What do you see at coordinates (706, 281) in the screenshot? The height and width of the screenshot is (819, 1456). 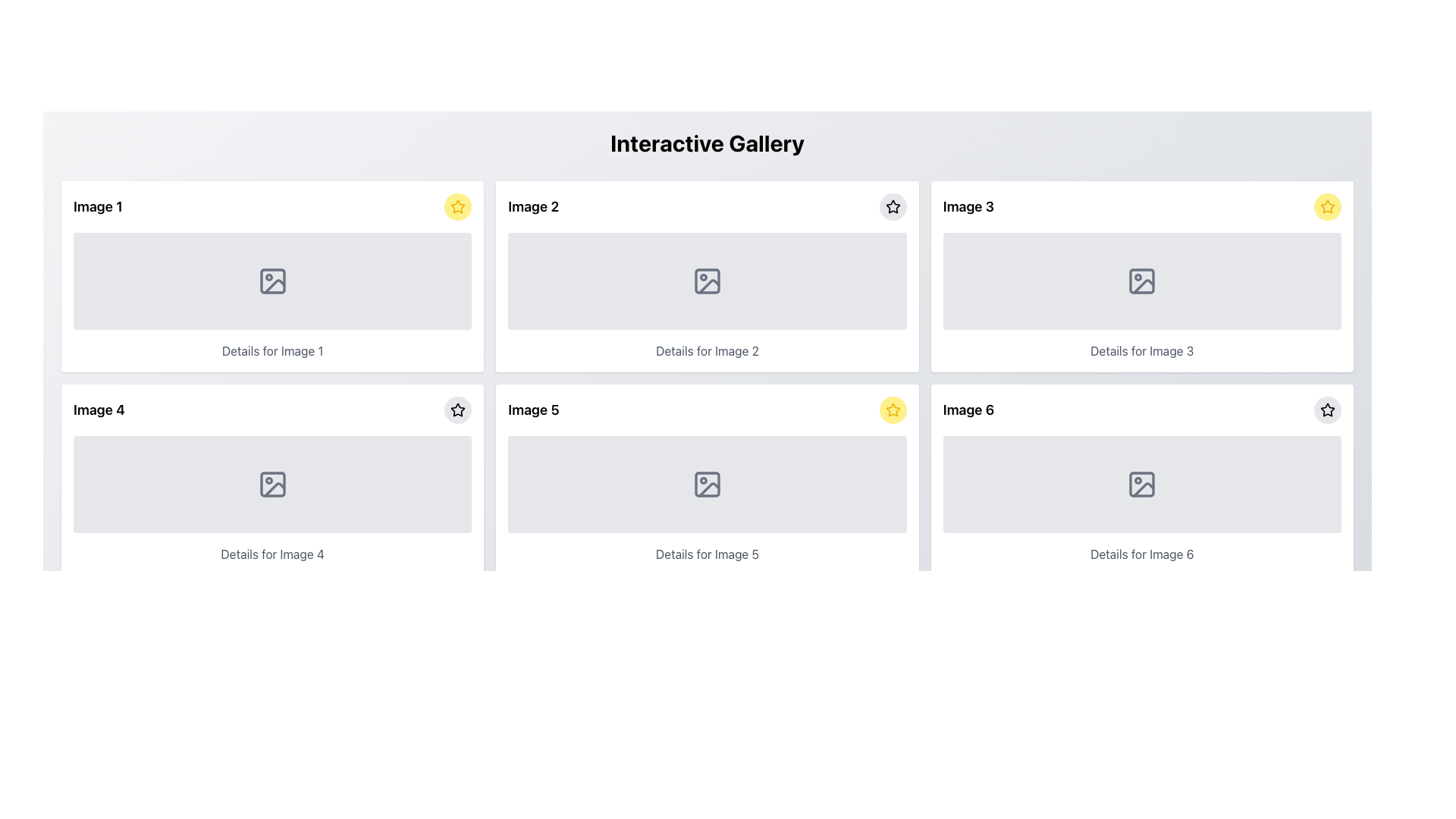 I see `the image placeholder icon located in the 'Image 2' card in the second column of the top row within the interactive gallery grid, which is centered in a light gray background` at bounding box center [706, 281].